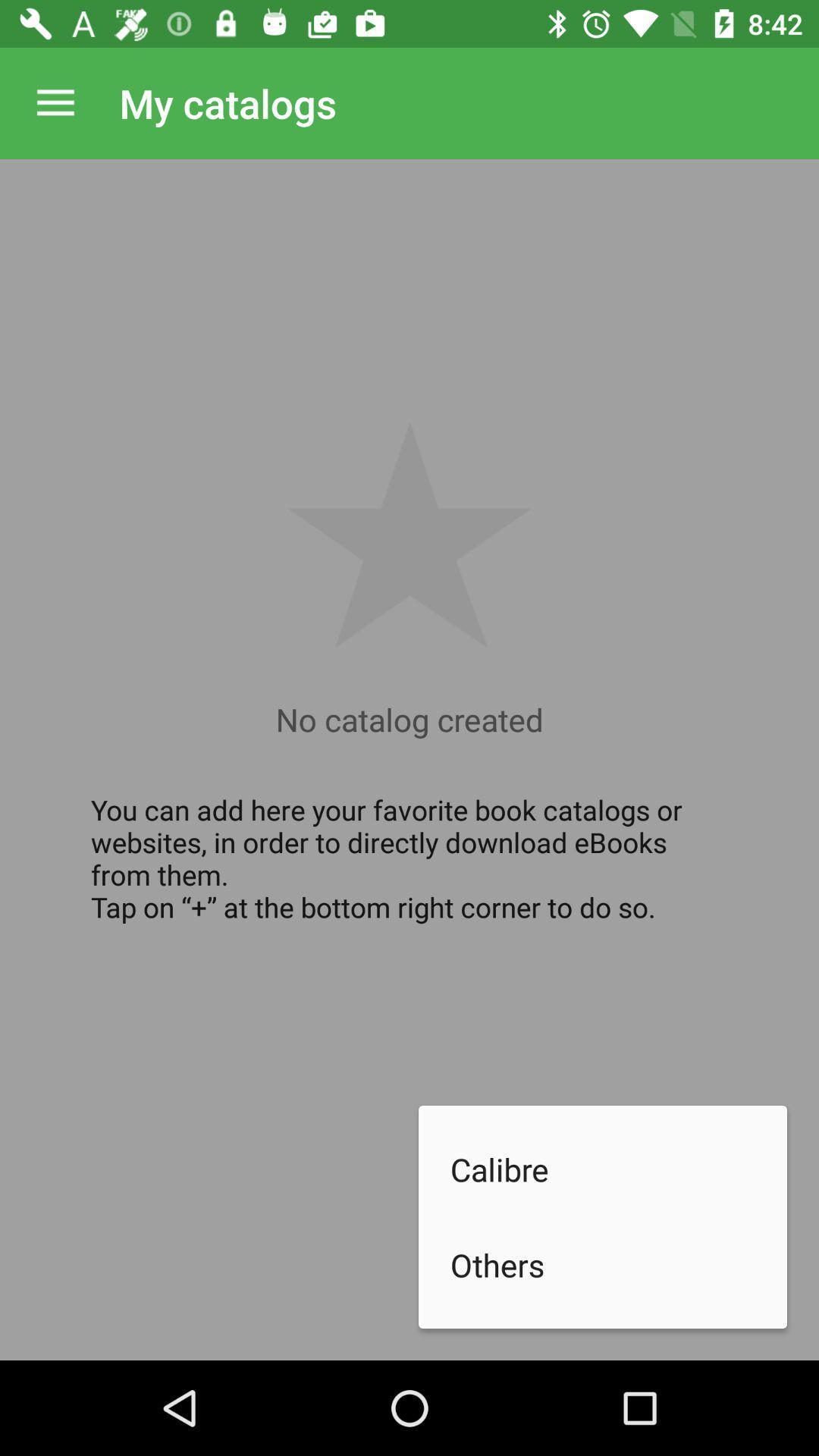 The image size is (819, 1456). What do you see at coordinates (619, 1265) in the screenshot?
I see `others` at bounding box center [619, 1265].